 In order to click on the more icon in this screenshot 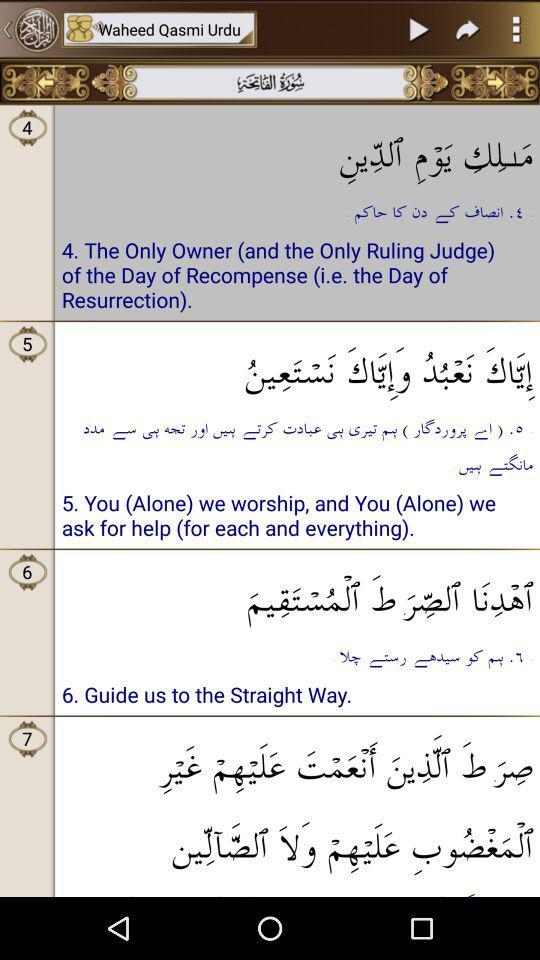, I will do `click(516, 30)`.